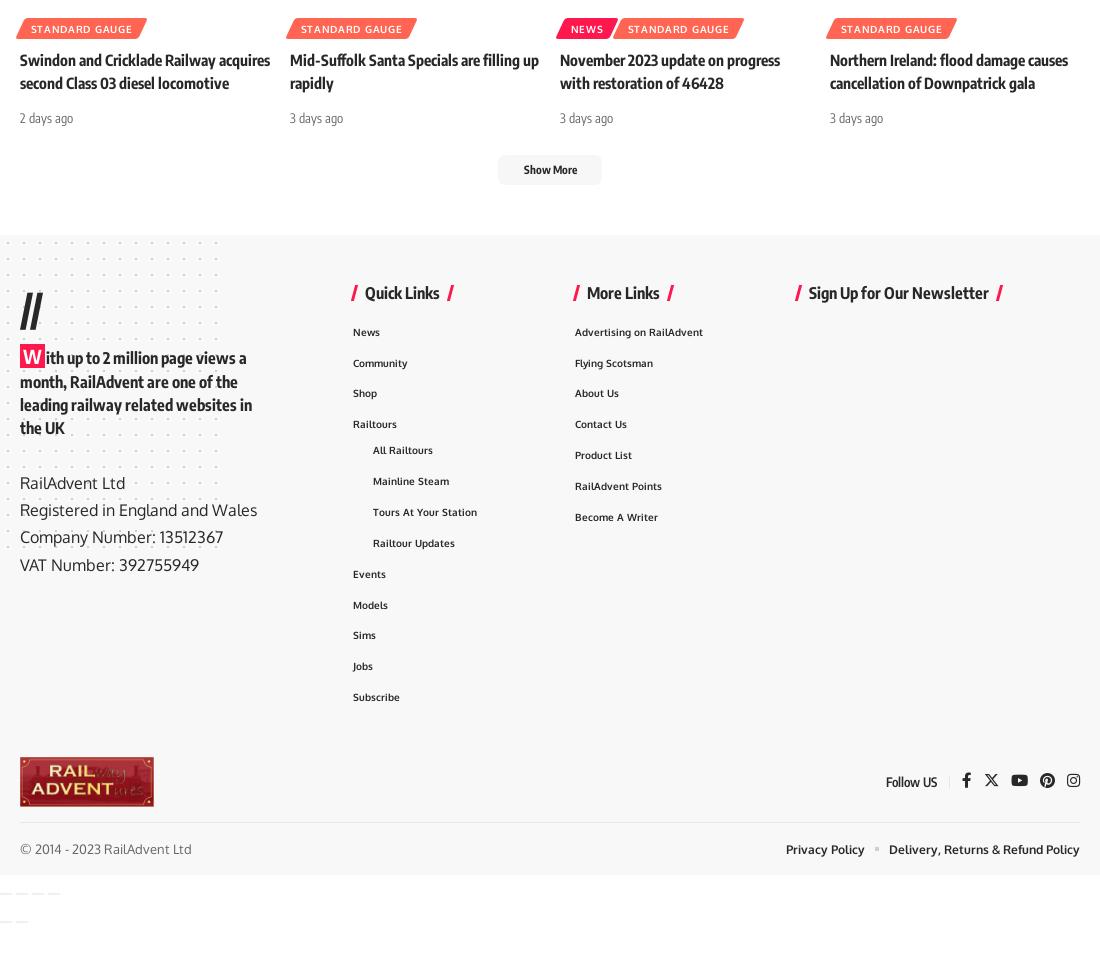 Image resolution: width=1100 pixels, height=980 pixels. I want to click on 'Mid-Suffolk Santa Specials are filling up rapidly', so click(409, 81).